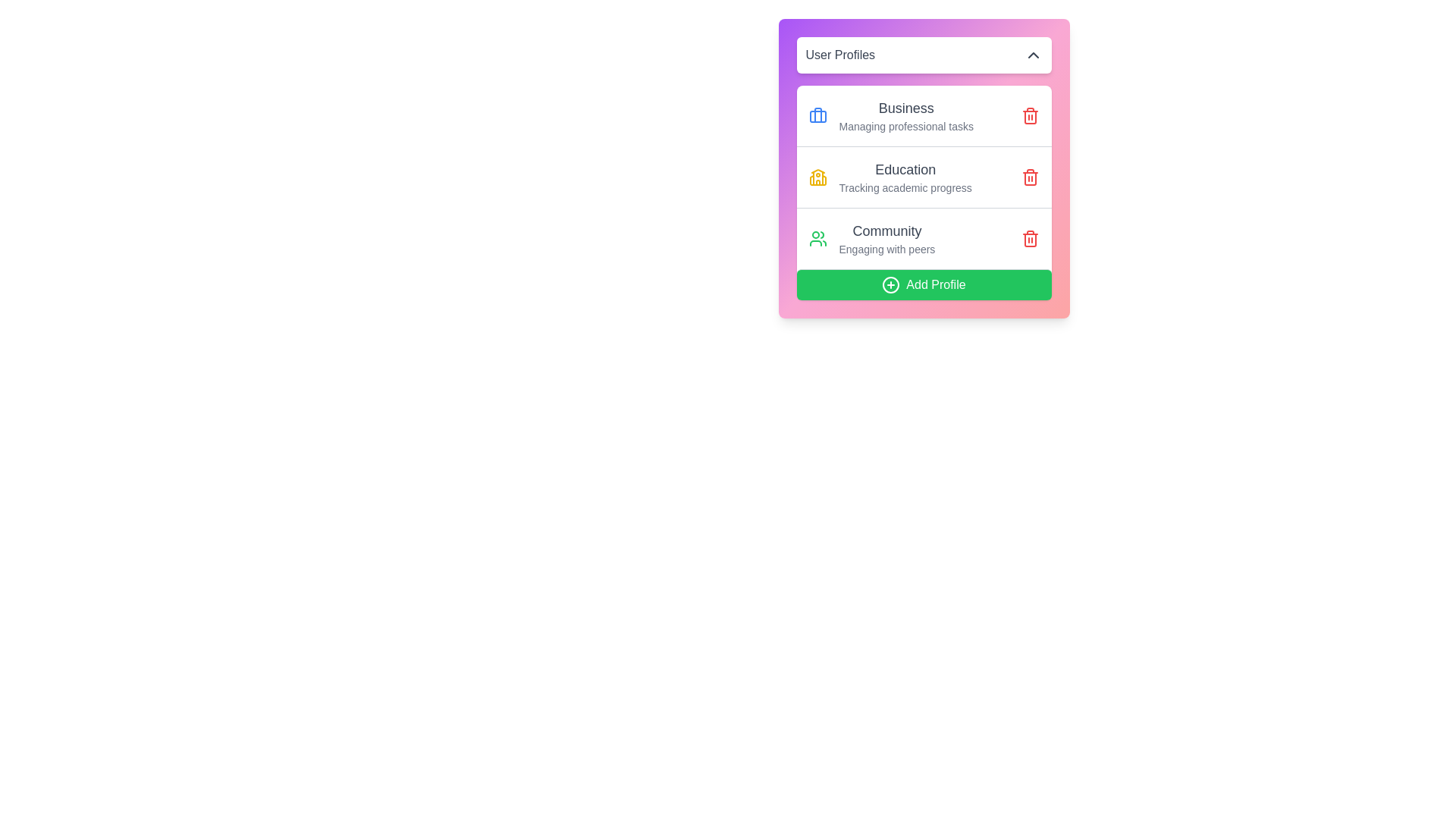  What do you see at coordinates (871, 239) in the screenshot?
I see `the 'Community' profile category list item that describes 'Engaging with peers'` at bounding box center [871, 239].